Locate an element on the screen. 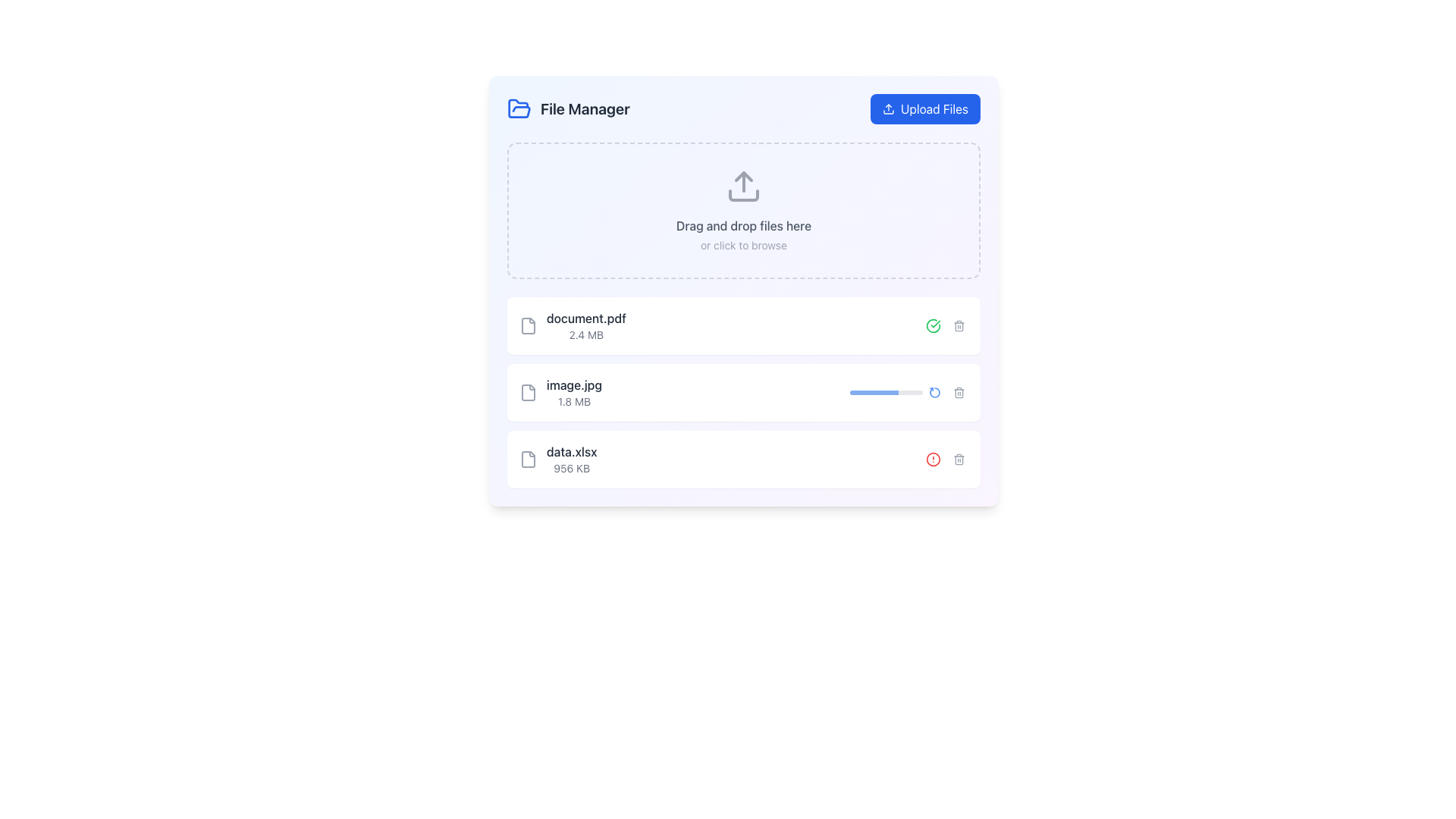  the document file icon representing 'document.pdf' to visually identify the file type is located at coordinates (528, 325).